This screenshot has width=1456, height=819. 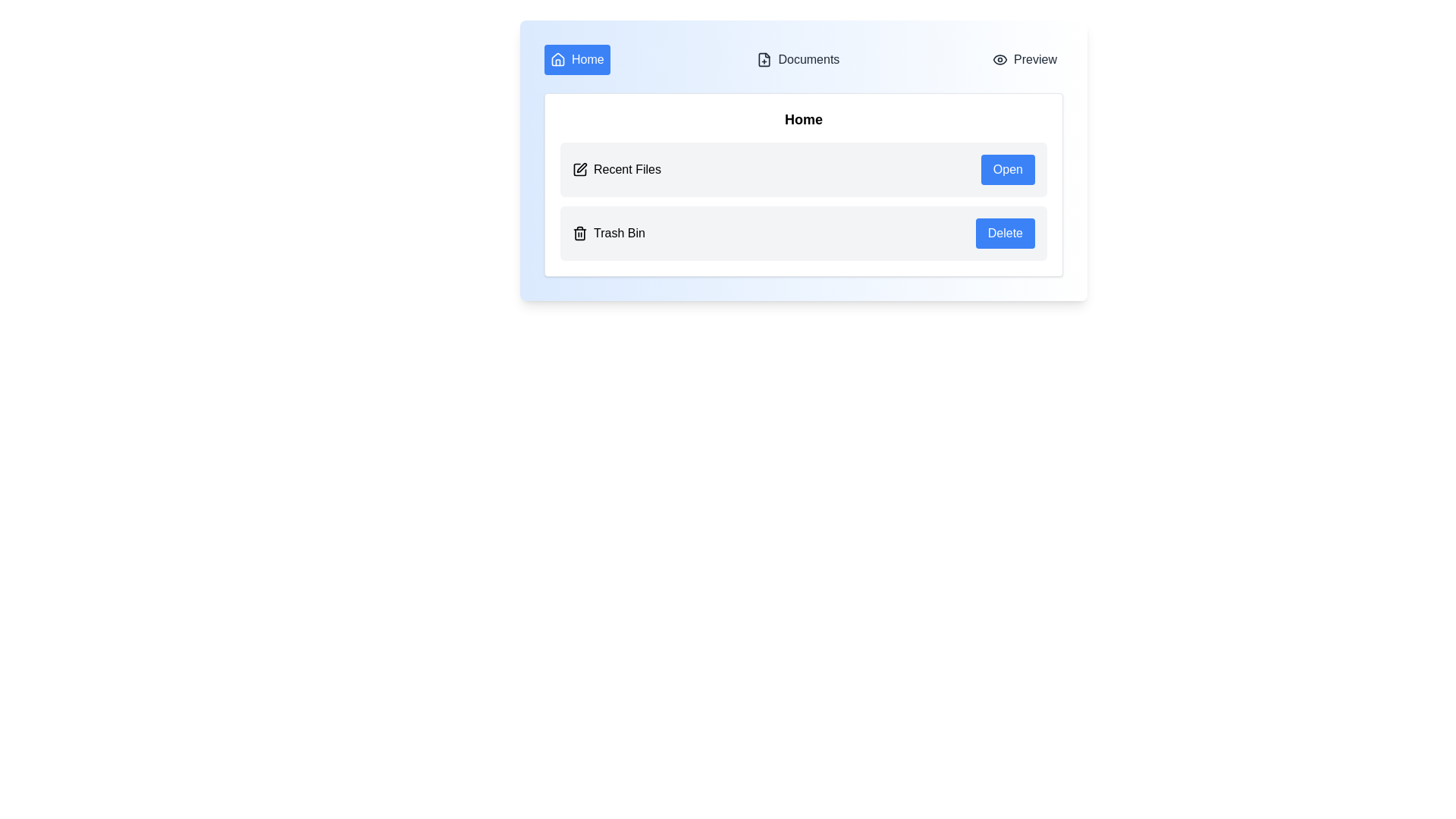 I want to click on on the 'Documents' navigation link, which is a text label with a file icon, located in the horizontal navigation bar between 'Home' and 'Preview', so click(x=797, y=58).